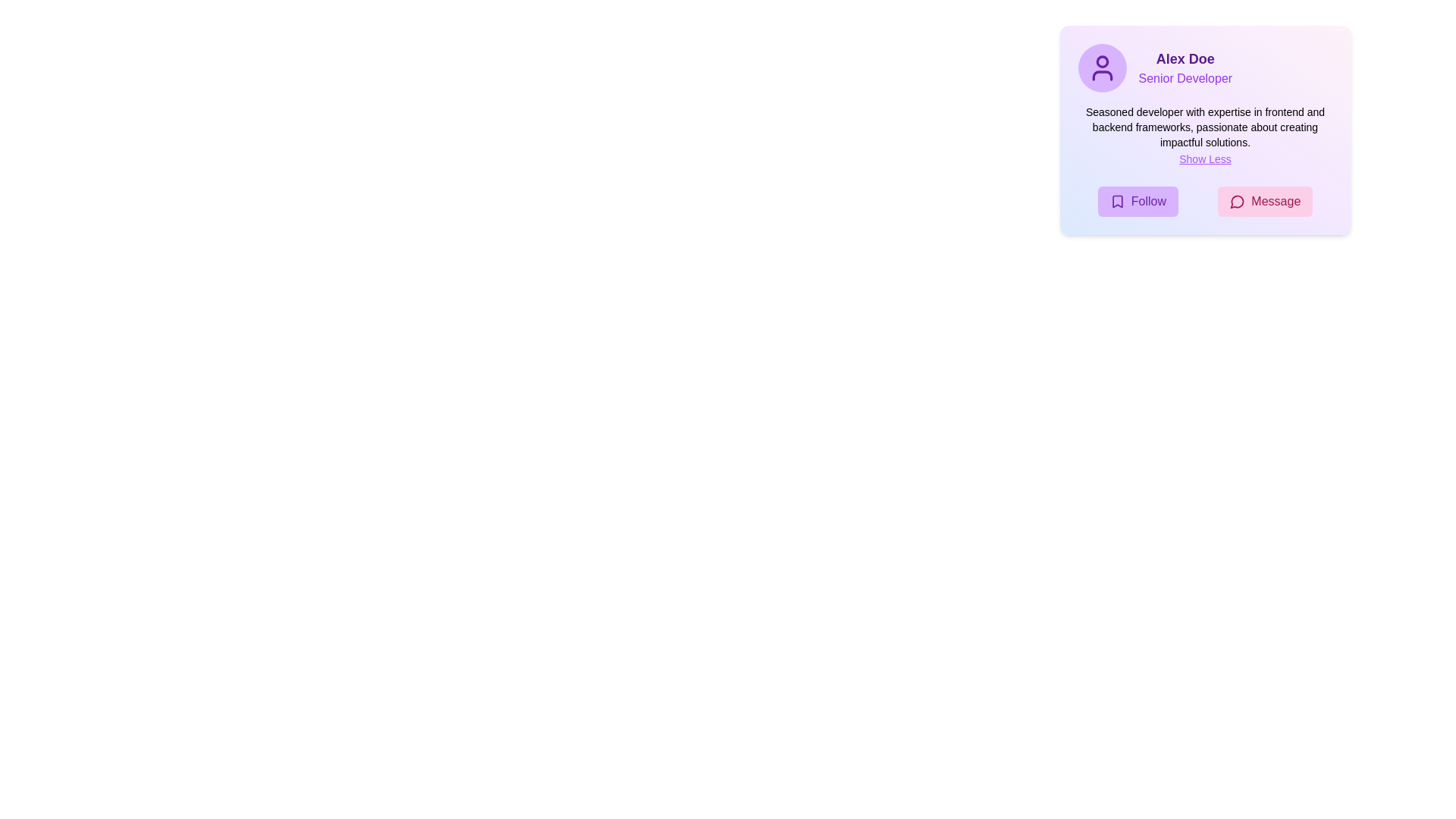 Image resolution: width=1456 pixels, height=819 pixels. I want to click on the 'Follow' button with a purple background and bookmark icon, so click(1137, 201).